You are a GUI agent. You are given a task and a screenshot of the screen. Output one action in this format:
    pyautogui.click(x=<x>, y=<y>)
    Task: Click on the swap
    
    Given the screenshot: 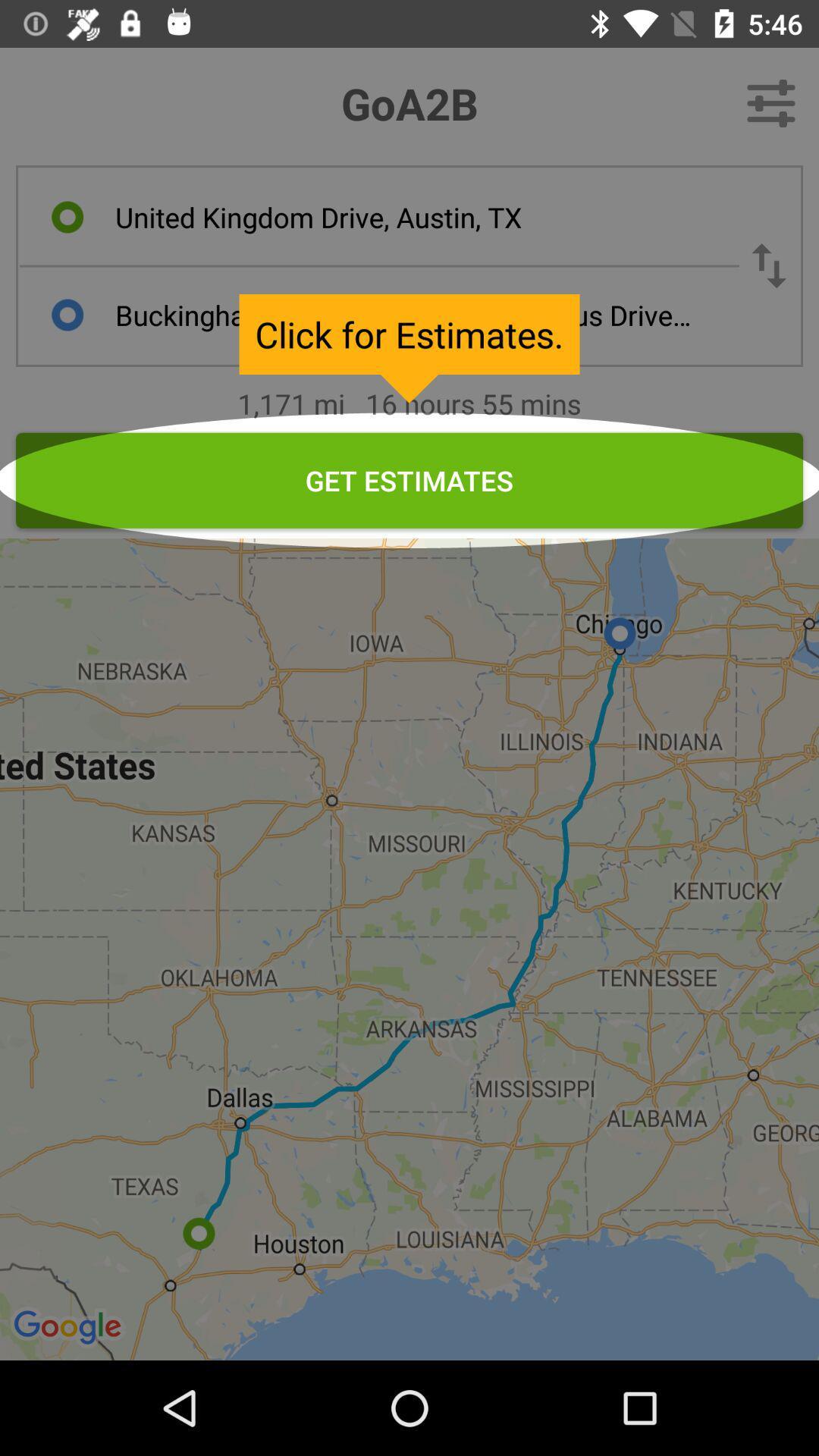 What is the action you would take?
    pyautogui.click(x=769, y=265)
    